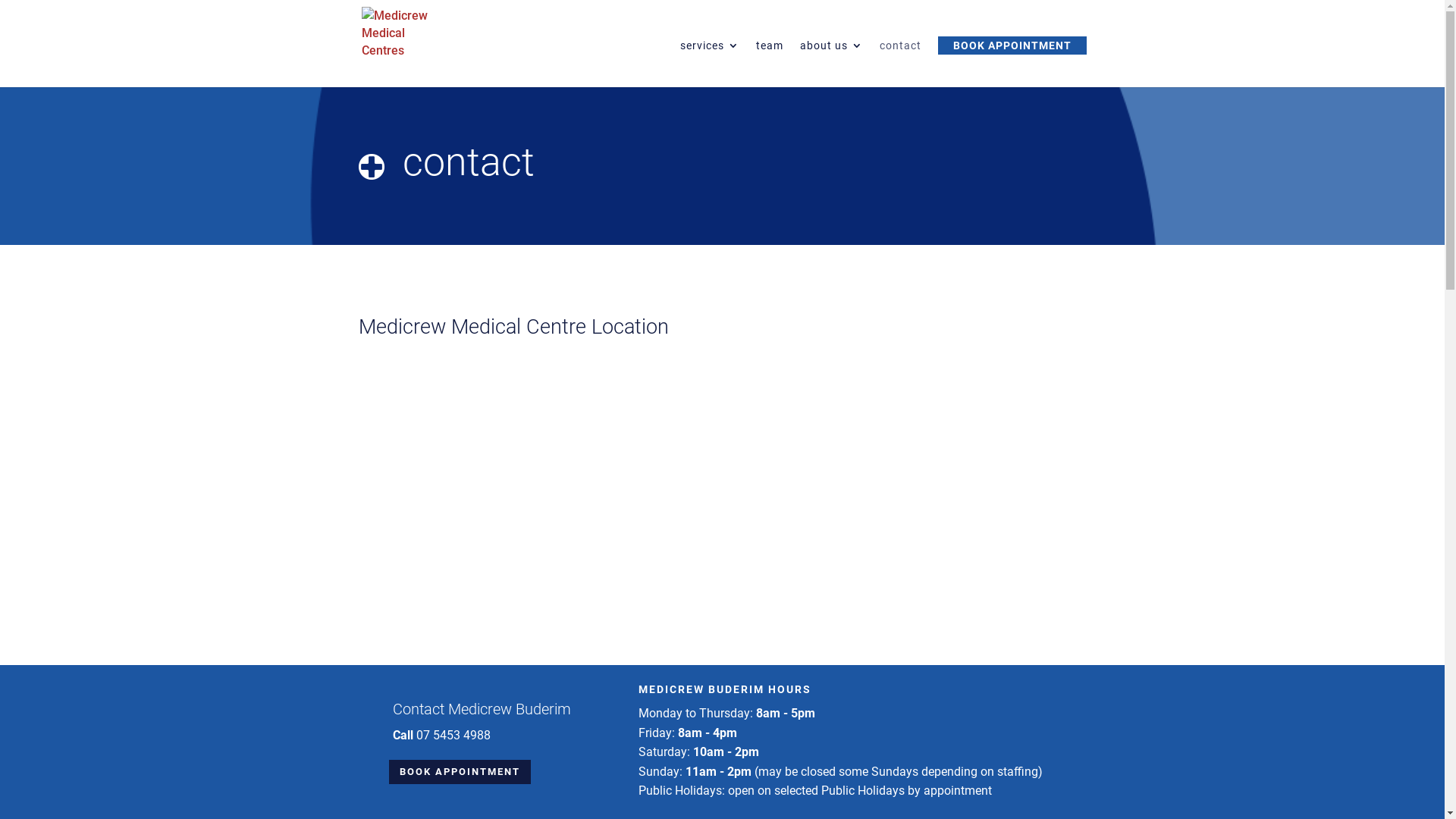  What do you see at coordinates (830, 63) in the screenshot?
I see `'about us'` at bounding box center [830, 63].